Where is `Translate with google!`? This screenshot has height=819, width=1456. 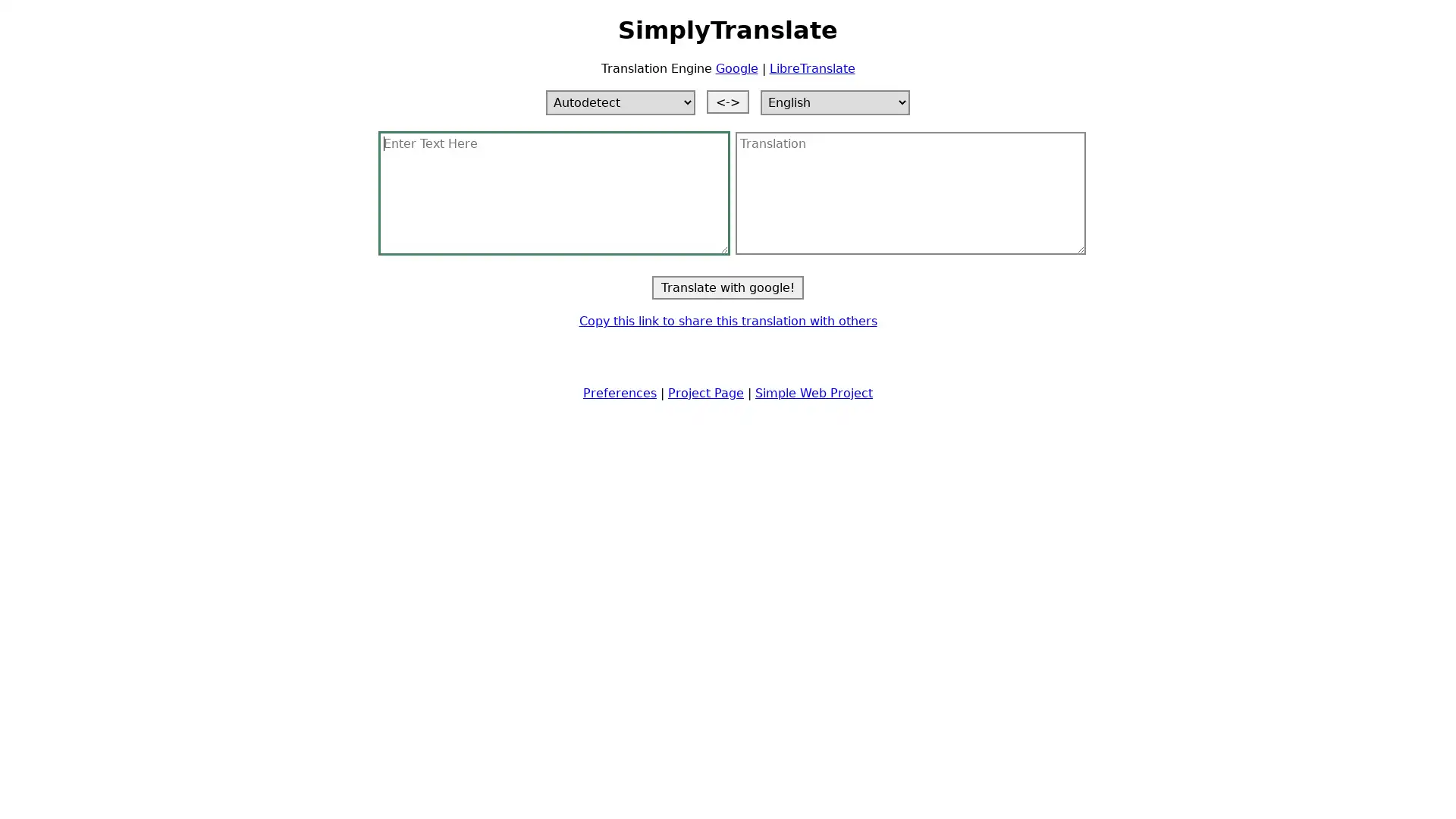 Translate with google! is located at coordinates (728, 287).